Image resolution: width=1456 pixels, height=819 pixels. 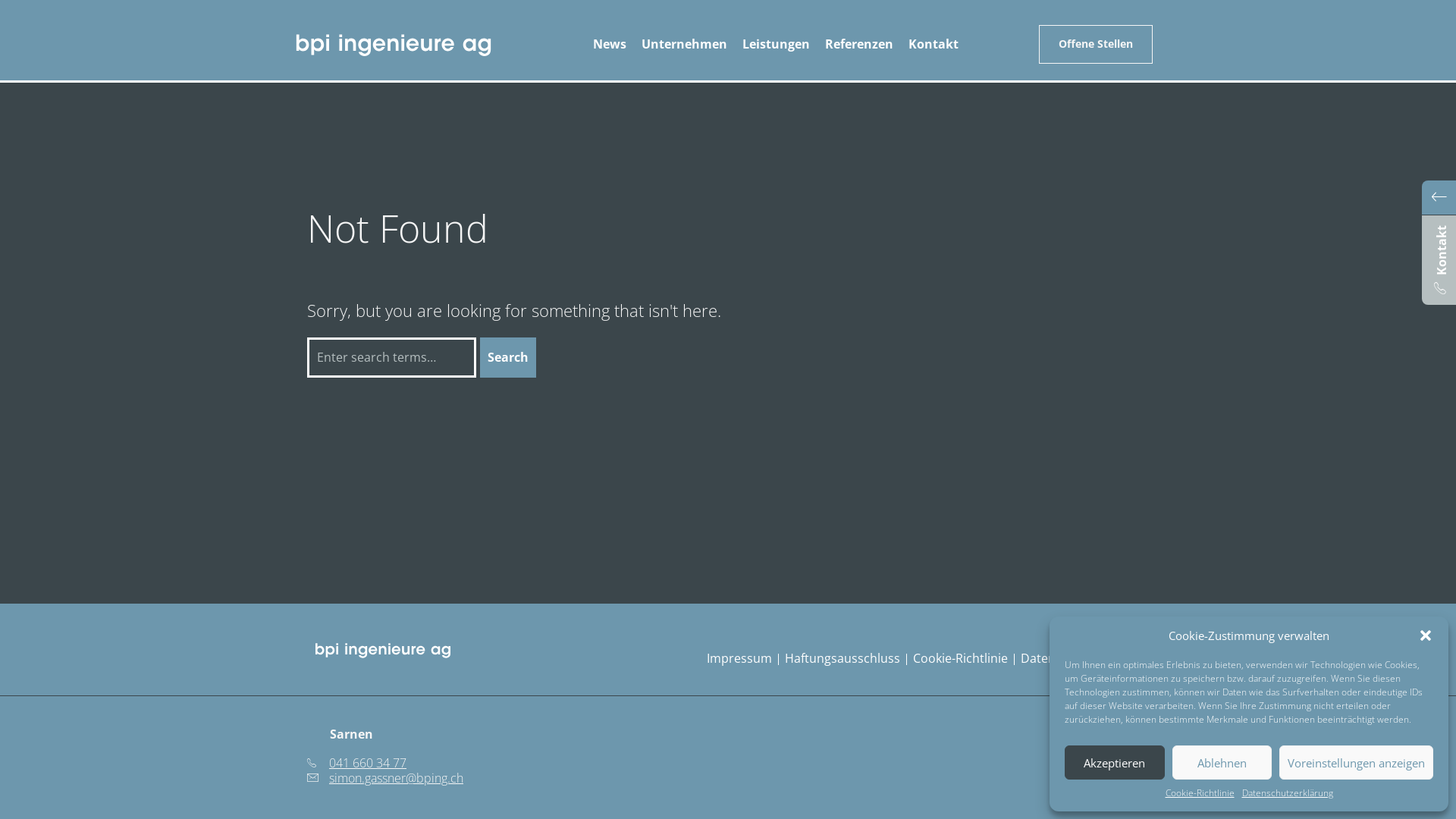 What do you see at coordinates (1222, 762) in the screenshot?
I see `'Ablehnen'` at bounding box center [1222, 762].